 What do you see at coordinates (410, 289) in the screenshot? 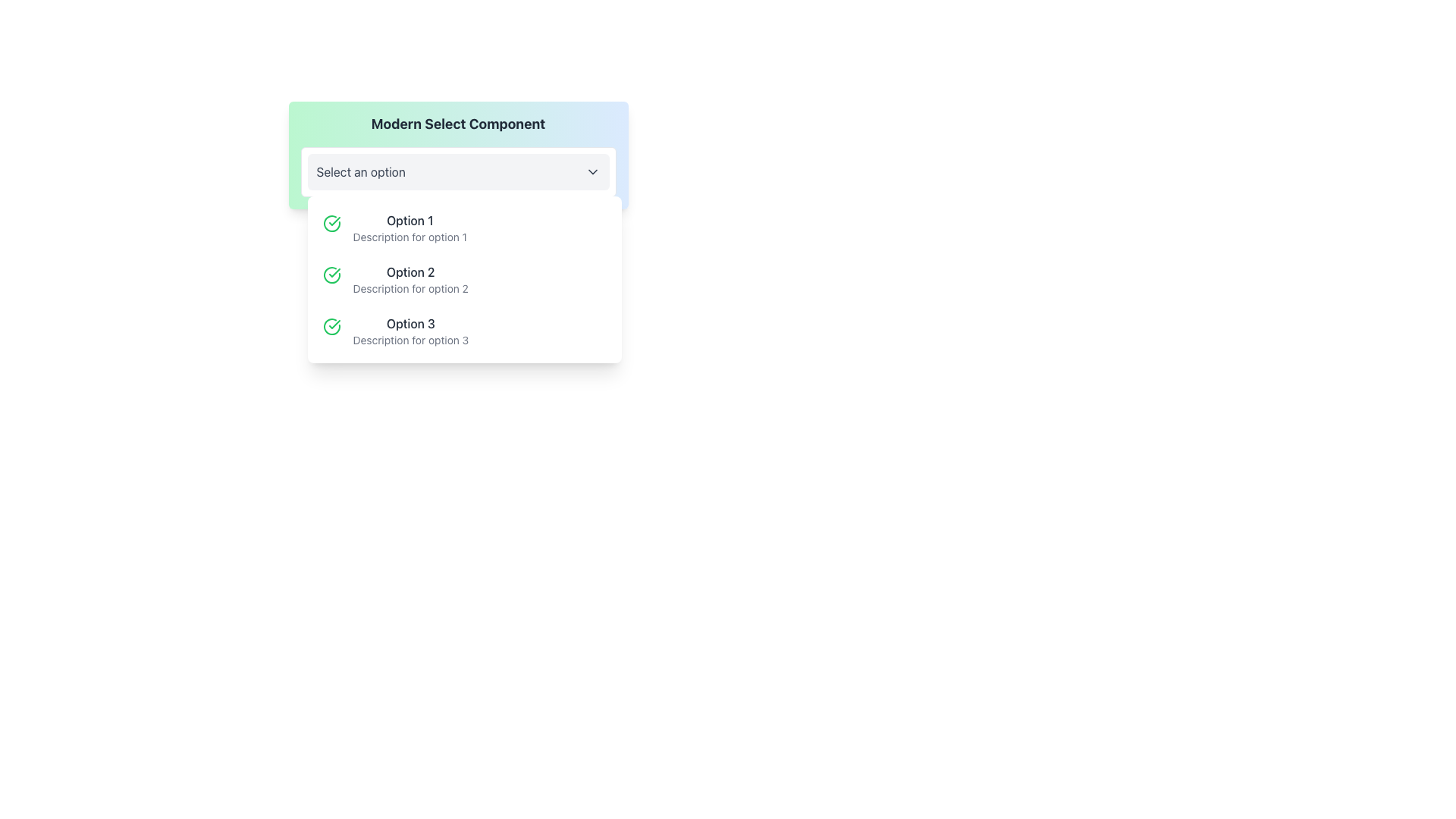
I see `the text label that provides a description for 'Option 2' in the dropdown menu, located below 'Option 2'` at bounding box center [410, 289].